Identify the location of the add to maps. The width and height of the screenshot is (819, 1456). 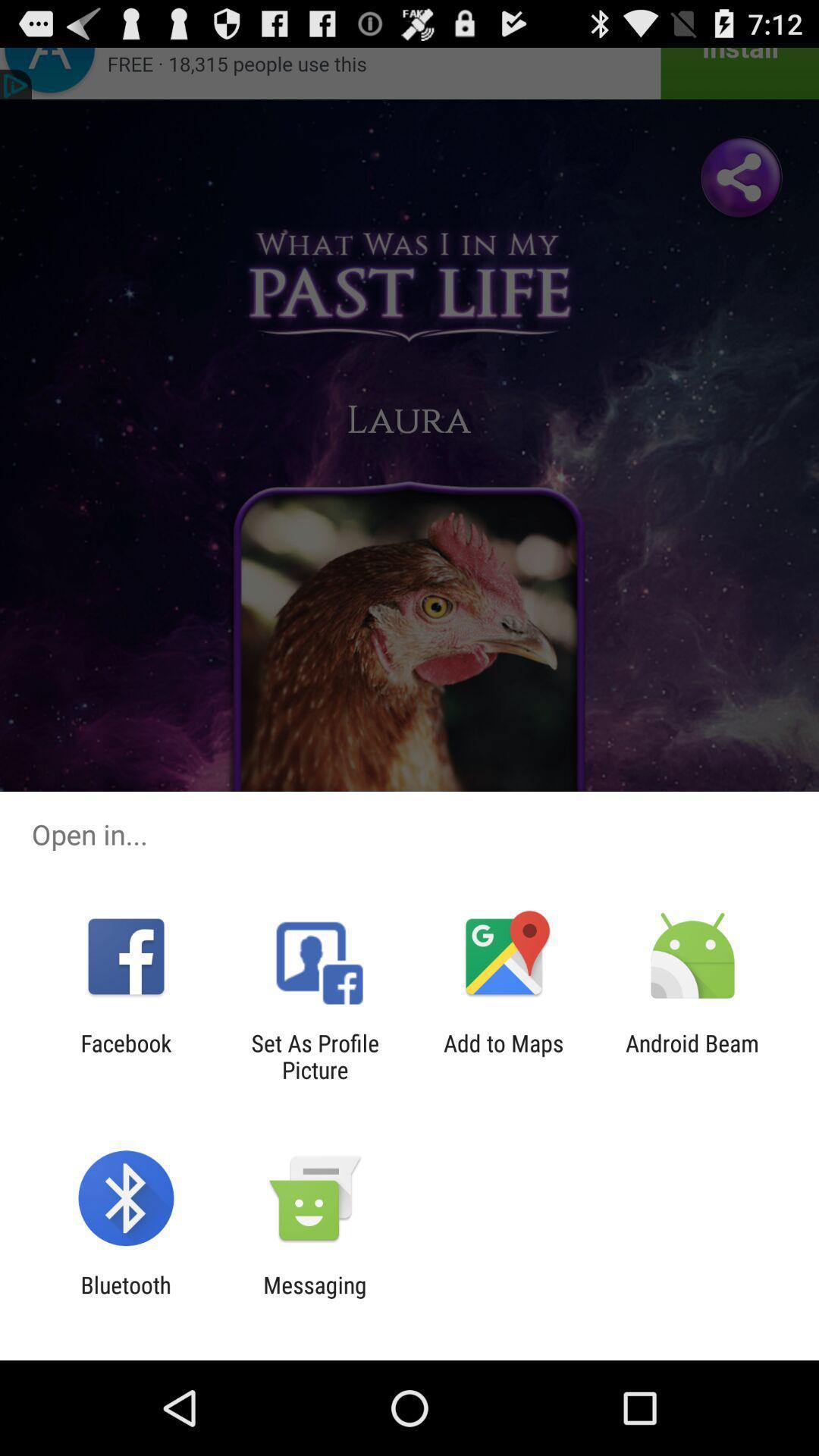
(504, 1056).